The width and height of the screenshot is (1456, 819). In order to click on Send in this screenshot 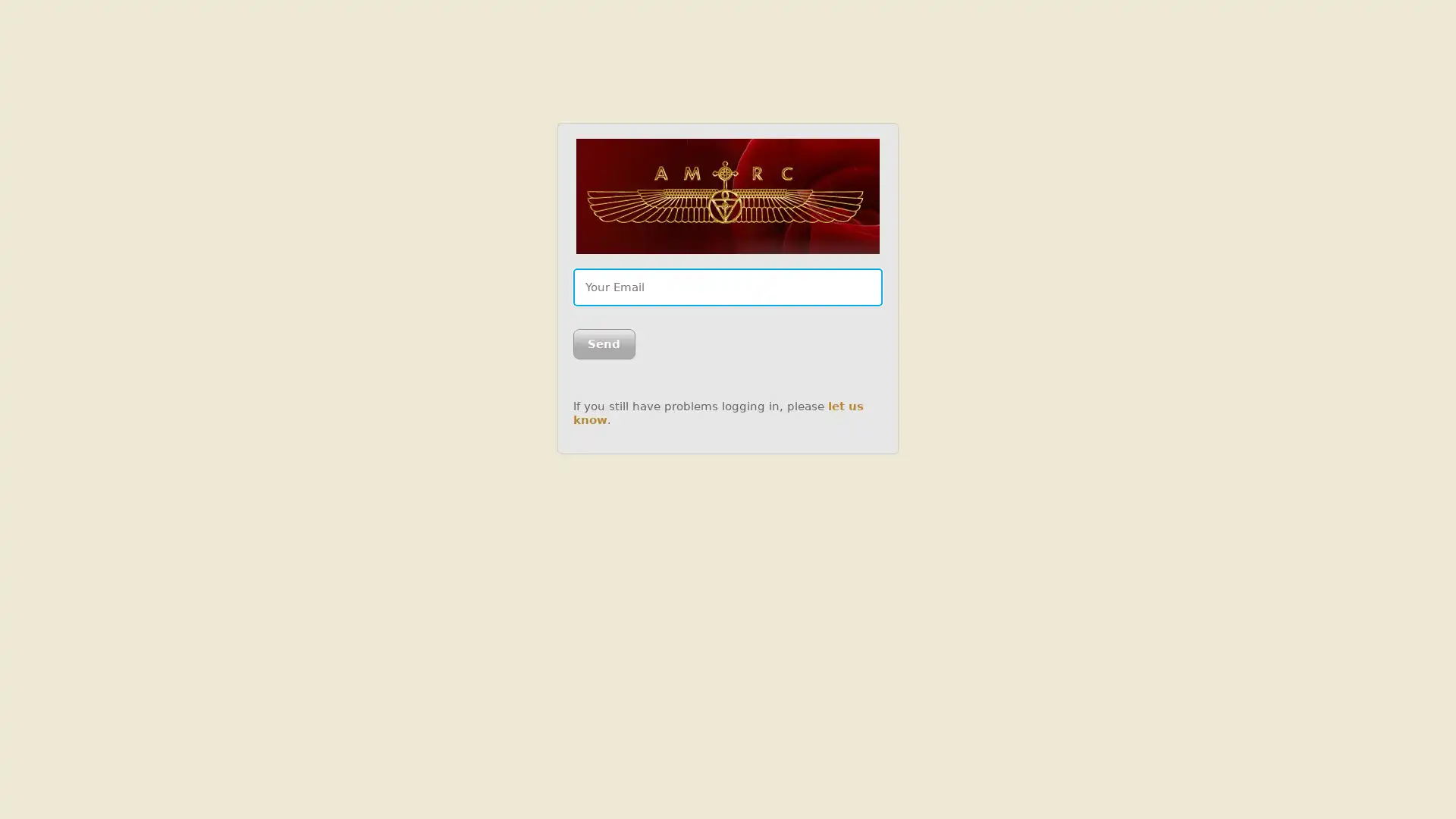, I will do `click(603, 344)`.